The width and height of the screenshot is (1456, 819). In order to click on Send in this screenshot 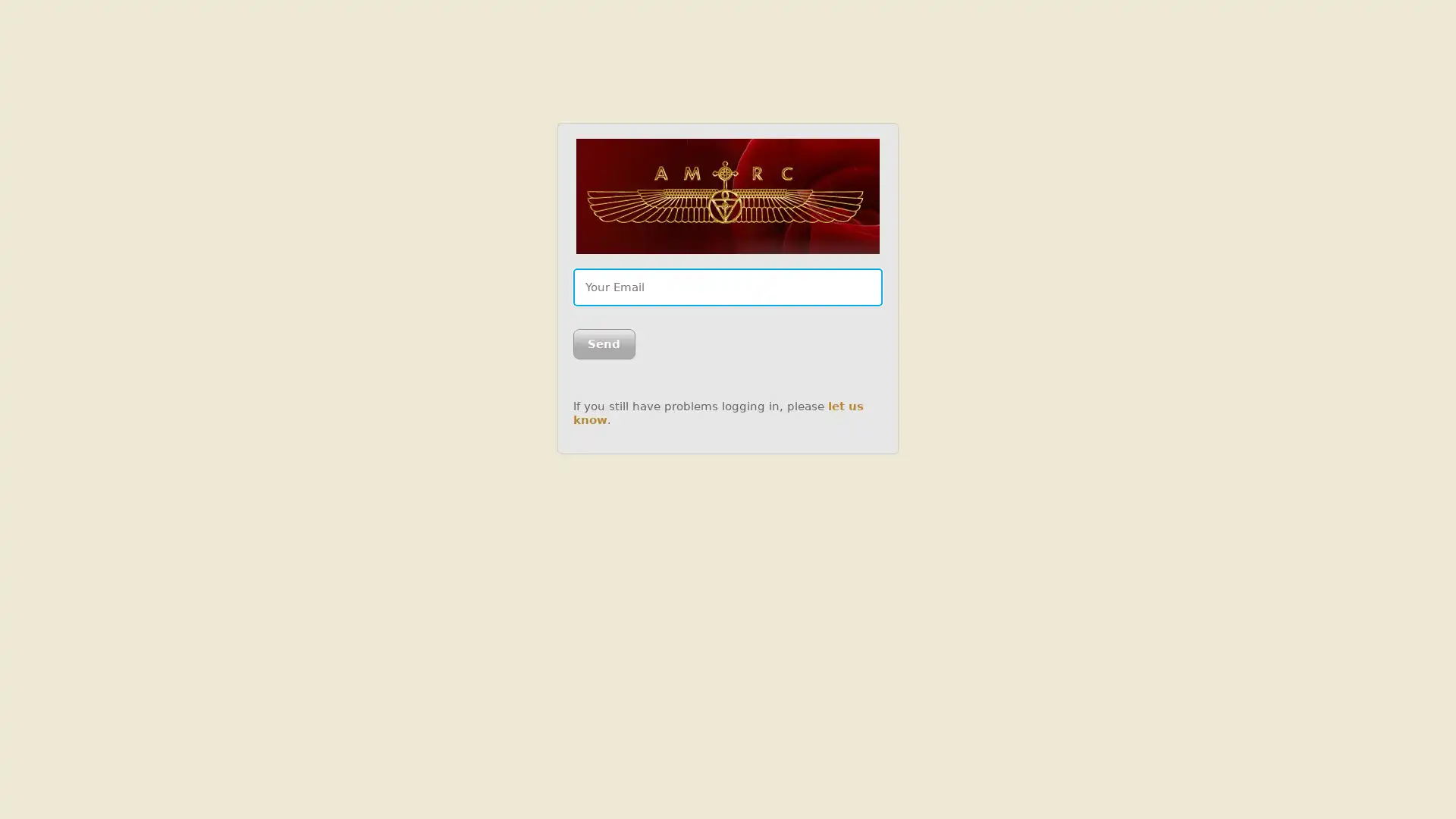, I will do `click(603, 344)`.